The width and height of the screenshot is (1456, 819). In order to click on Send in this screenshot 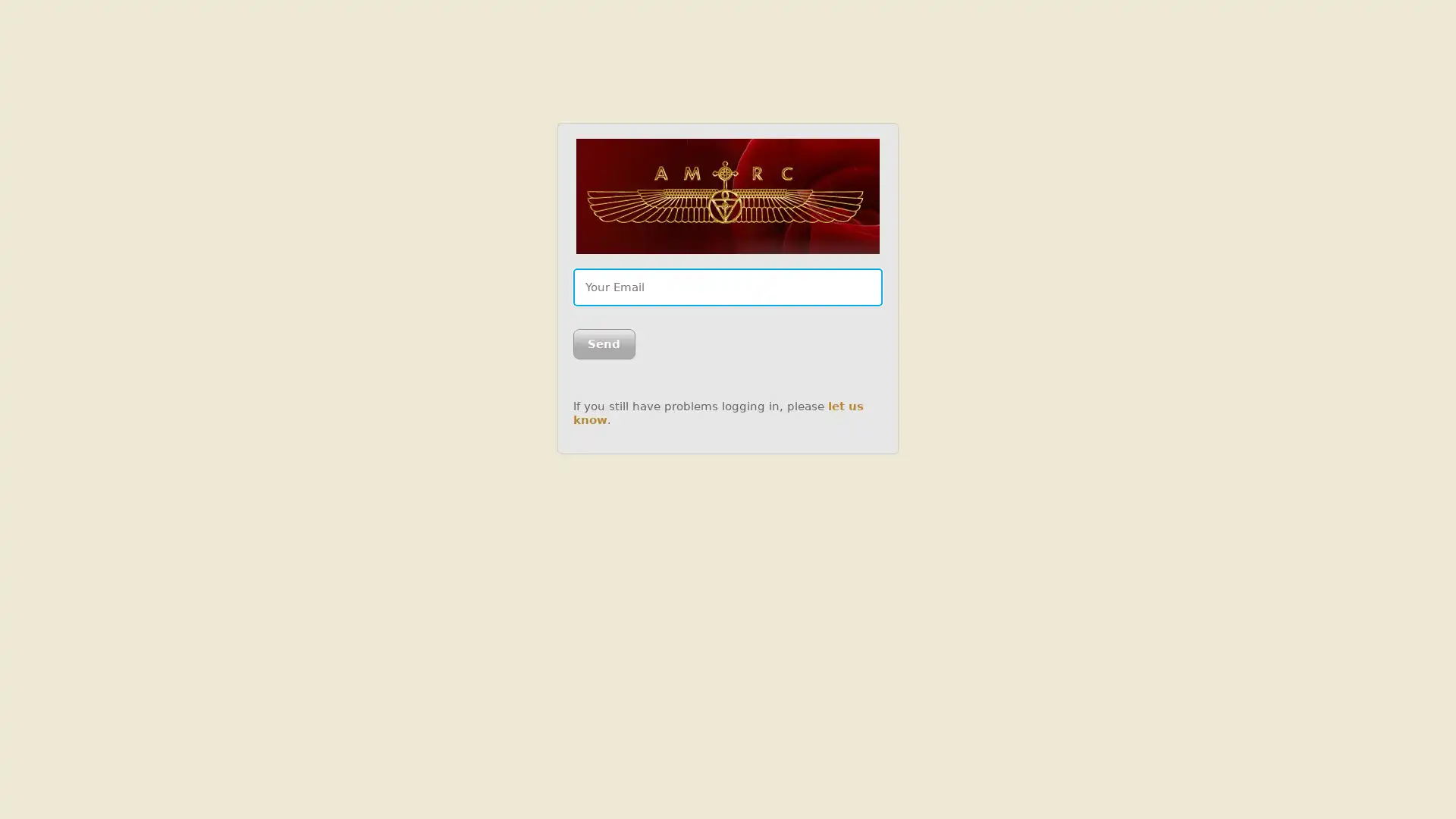, I will do `click(603, 344)`.